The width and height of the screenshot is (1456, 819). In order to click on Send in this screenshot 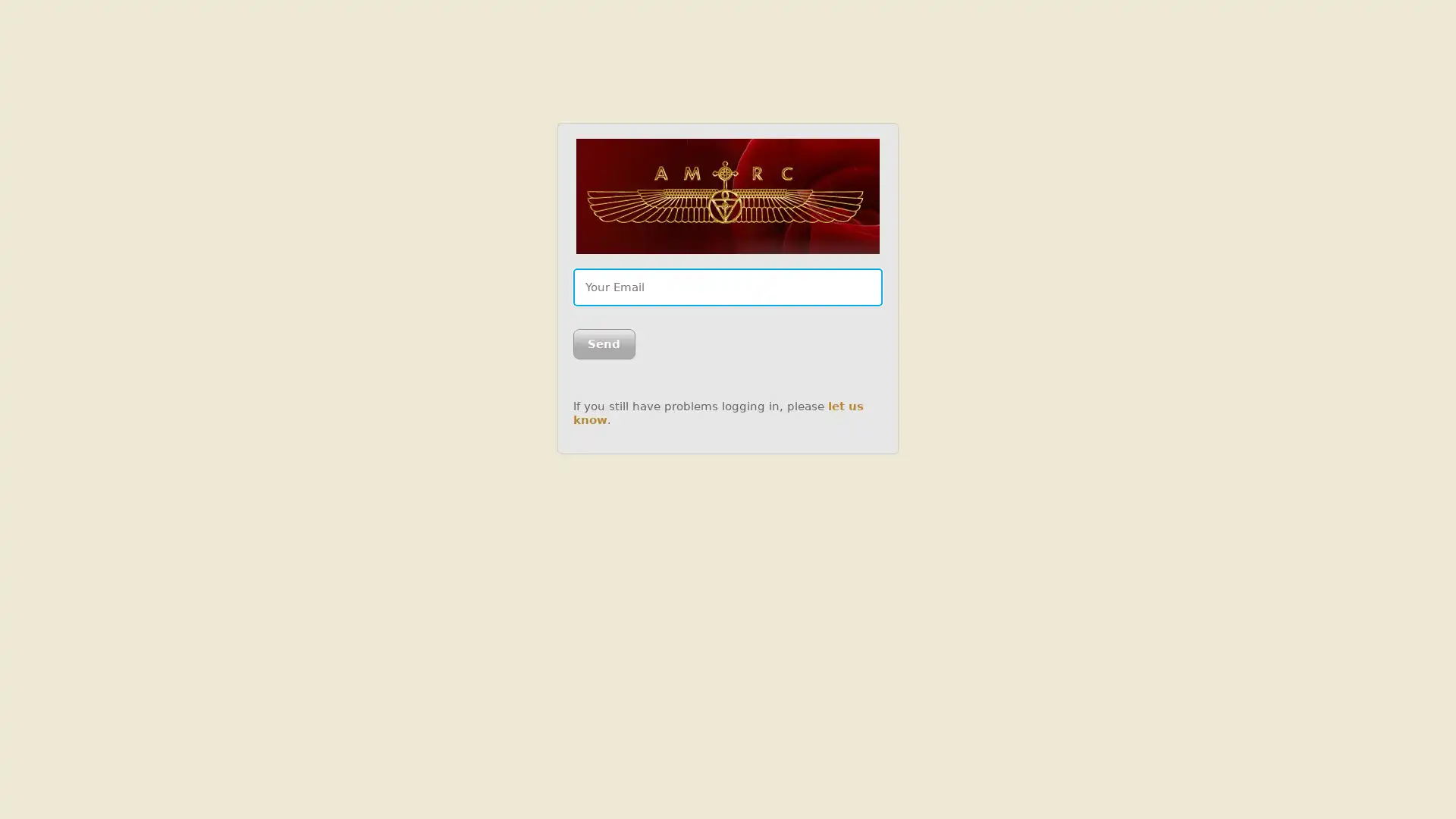, I will do `click(603, 344)`.